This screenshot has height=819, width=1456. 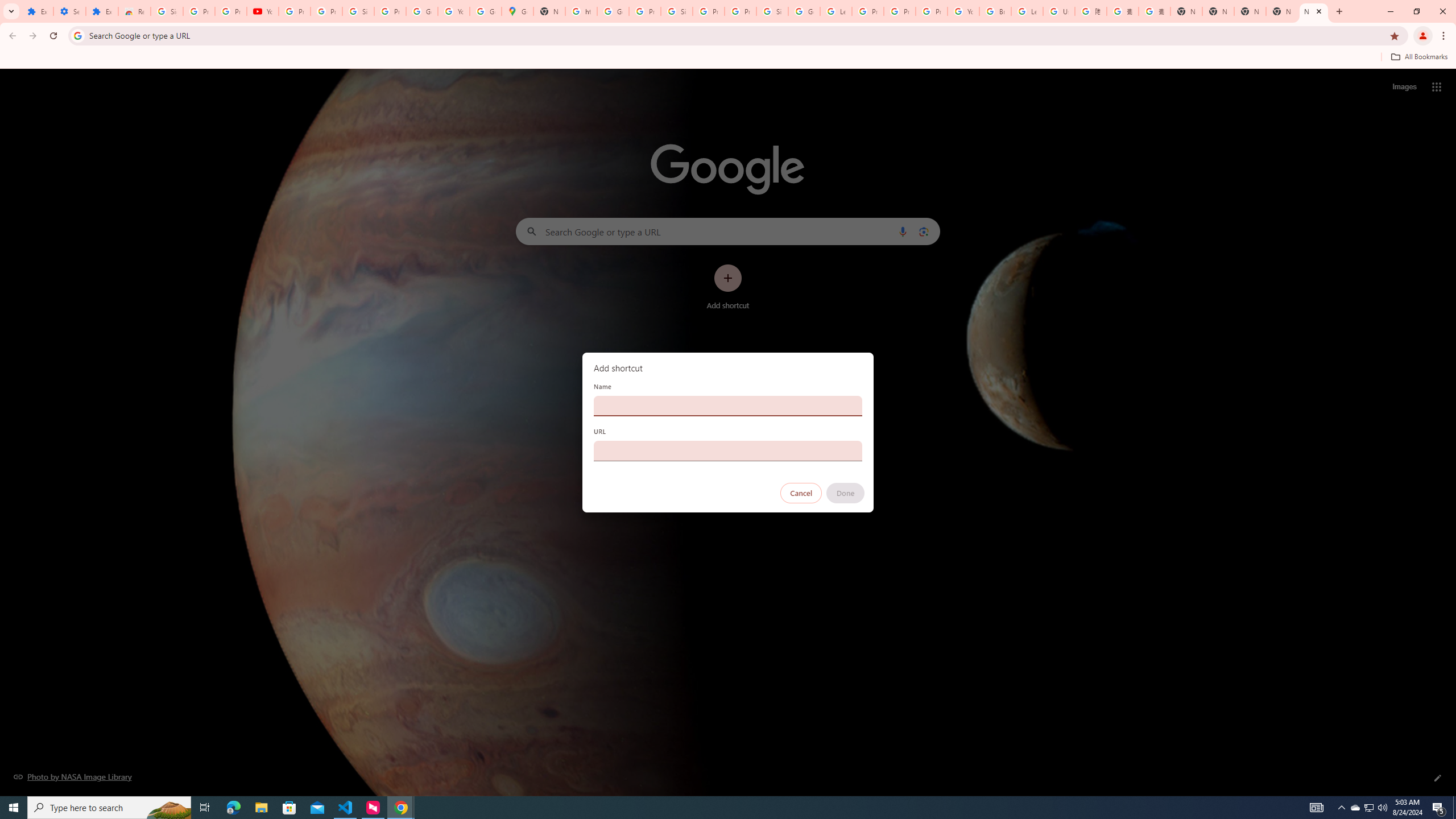 I want to click on 'https://scholar.google.com/', so click(x=581, y=11).